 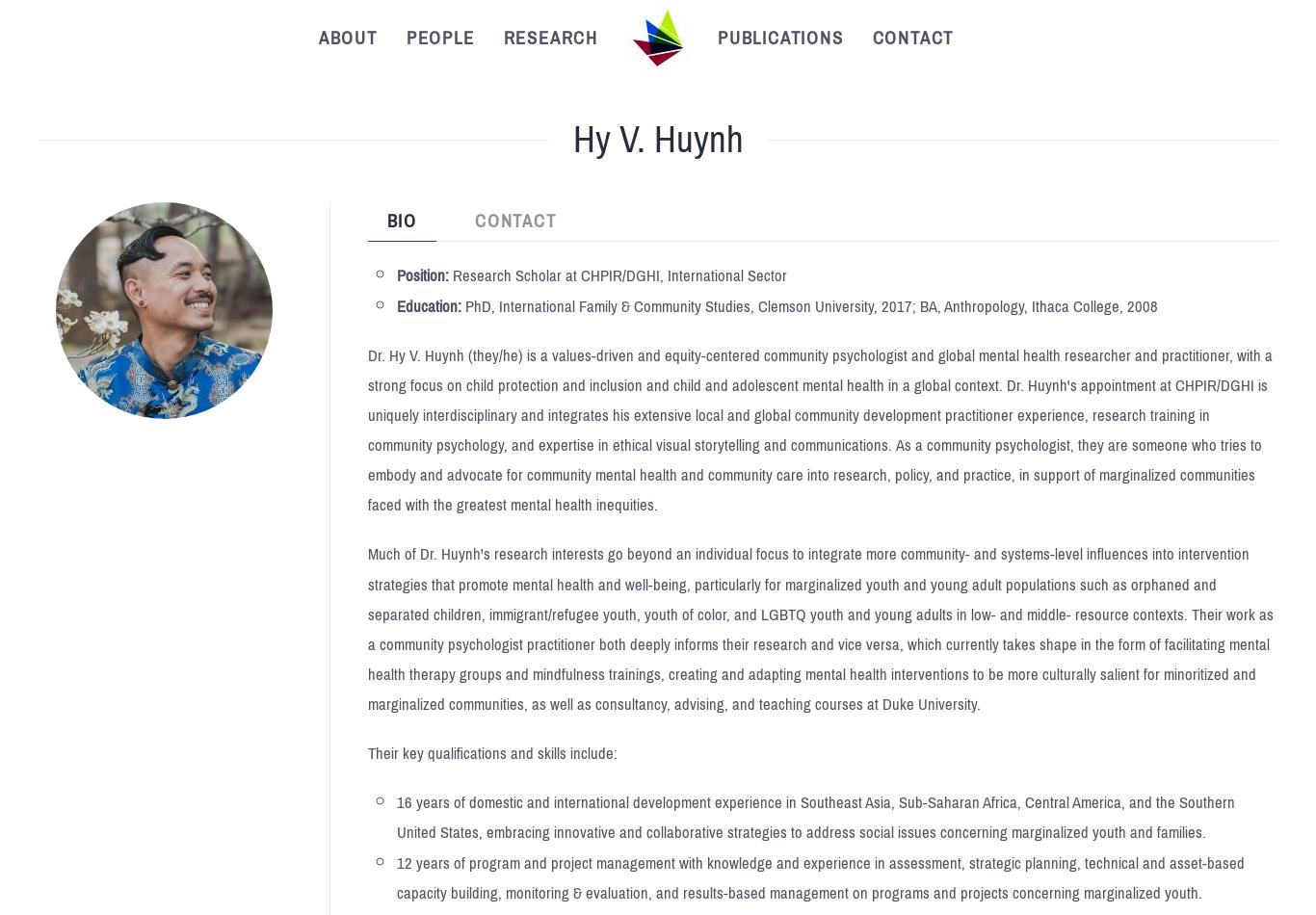 I want to click on 'Their key qualifications and skills include:', so click(x=365, y=752).